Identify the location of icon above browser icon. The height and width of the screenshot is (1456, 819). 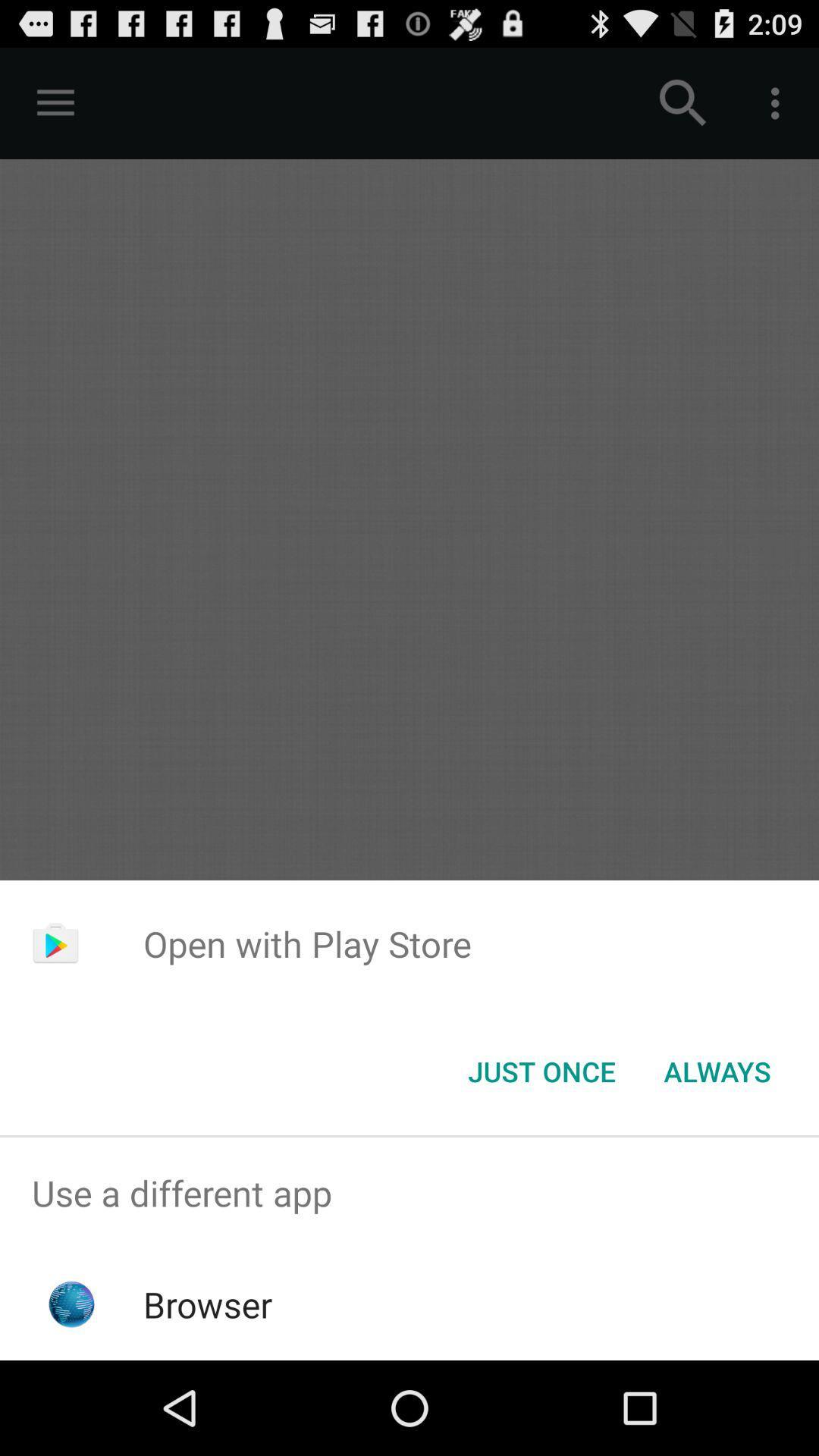
(409, 1192).